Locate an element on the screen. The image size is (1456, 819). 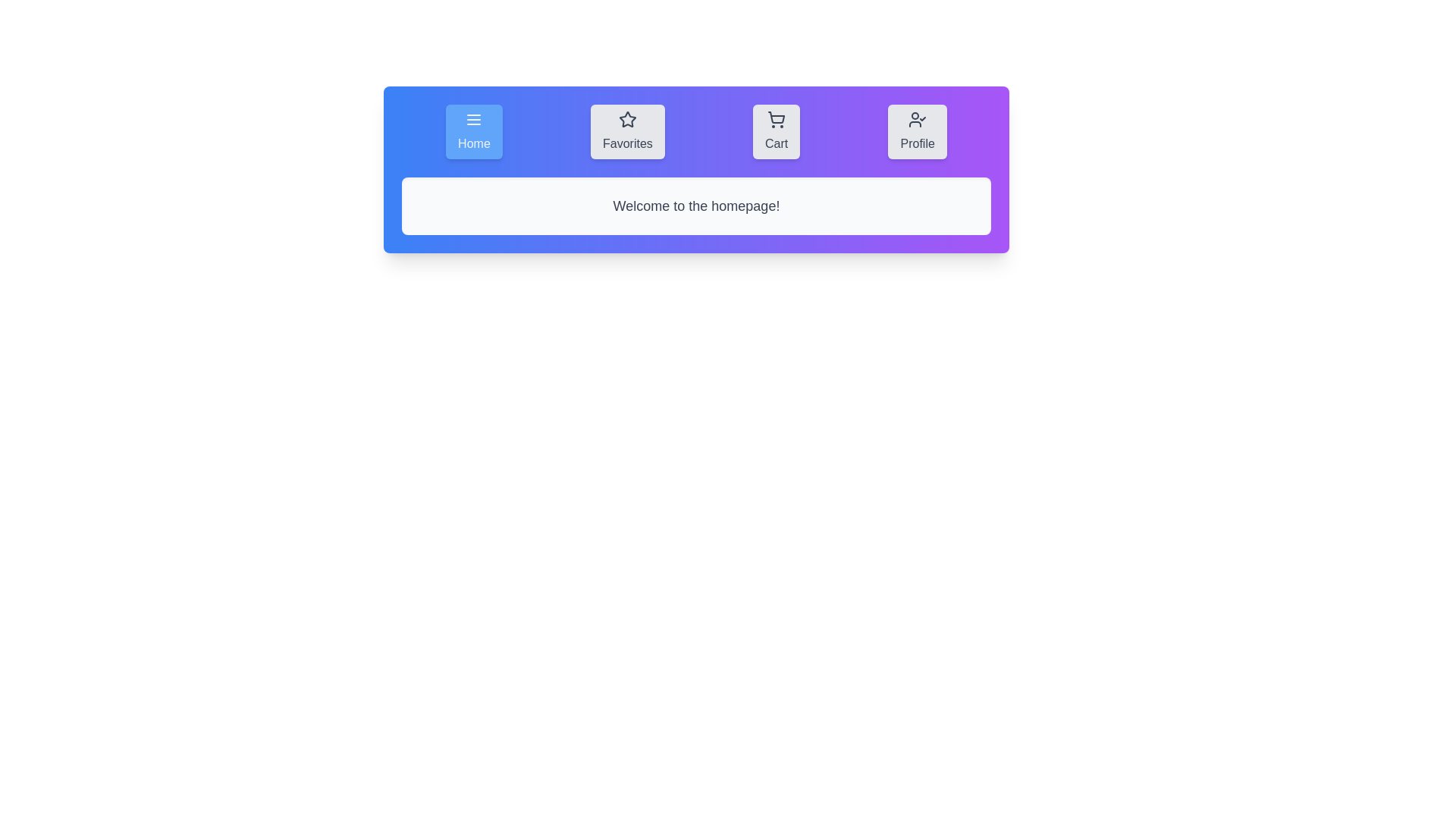
the star-shaped 'Favorites' icon in the navigation bar is located at coordinates (627, 118).